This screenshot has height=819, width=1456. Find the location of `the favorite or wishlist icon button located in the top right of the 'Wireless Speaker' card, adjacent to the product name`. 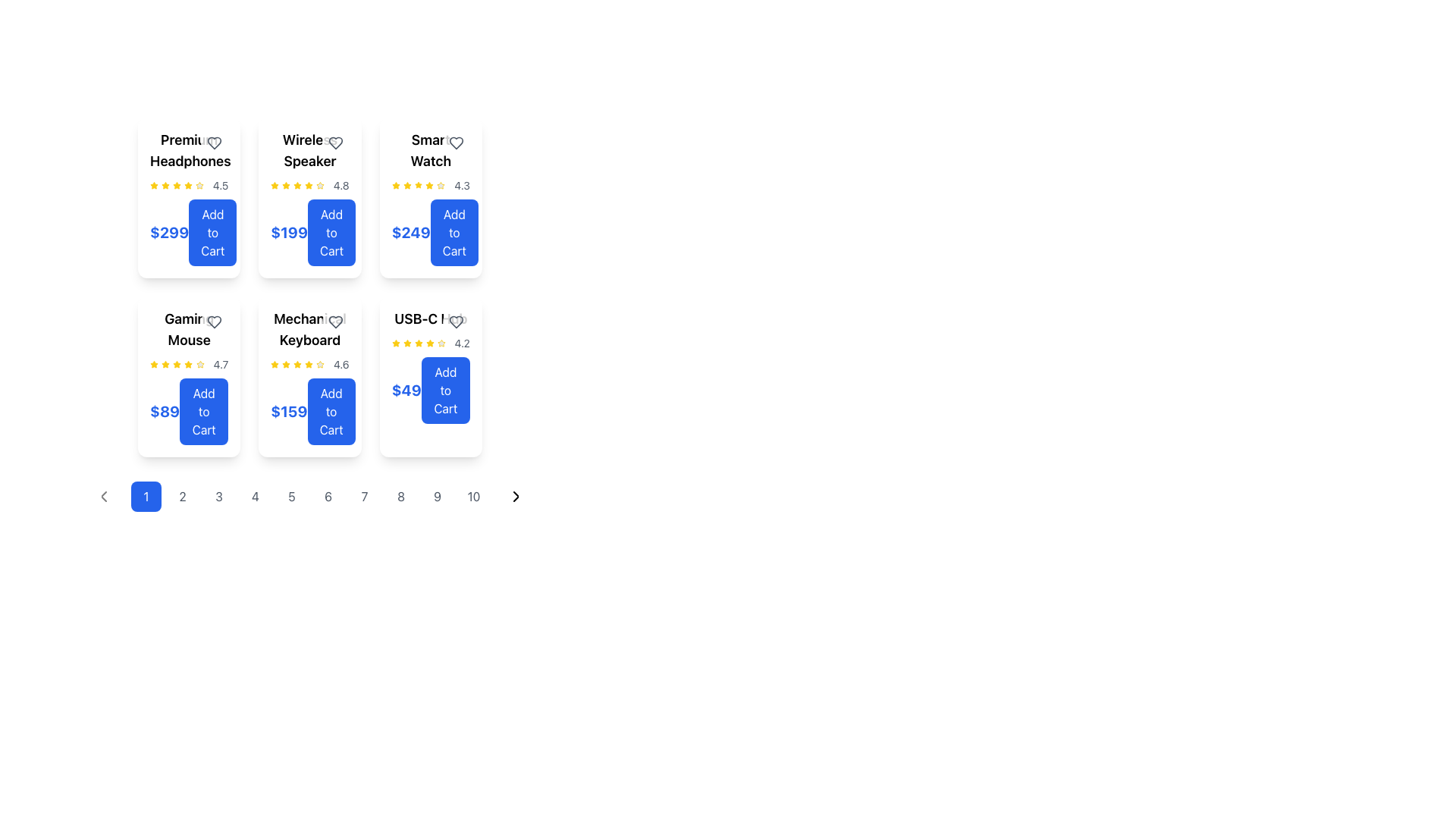

the favorite or wishlist icon button located in the top right of the 'Wireless Speaker' card, adjacent to the product name is located at coordinates (334, 143).